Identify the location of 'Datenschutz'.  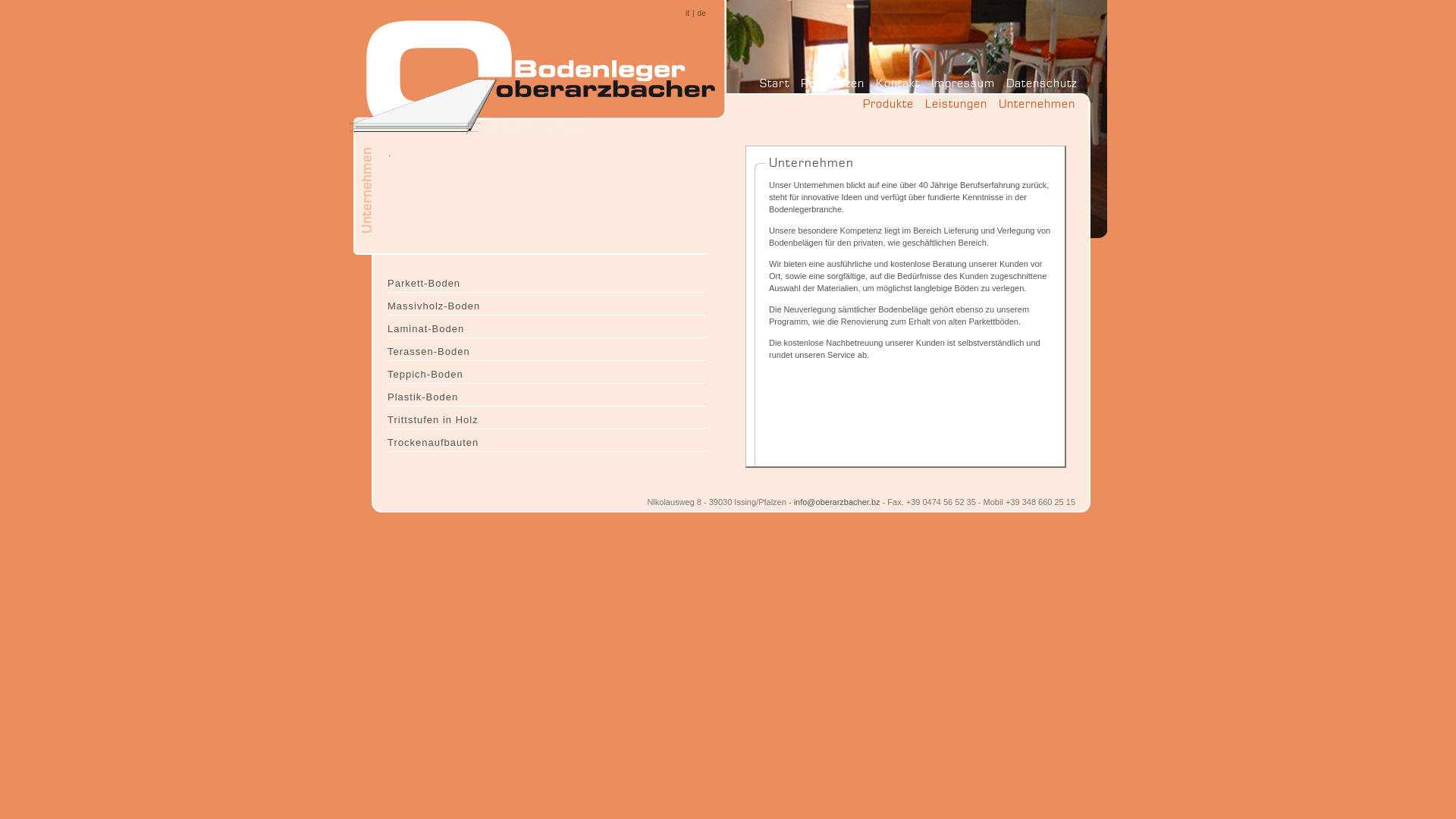
(1040, 83).